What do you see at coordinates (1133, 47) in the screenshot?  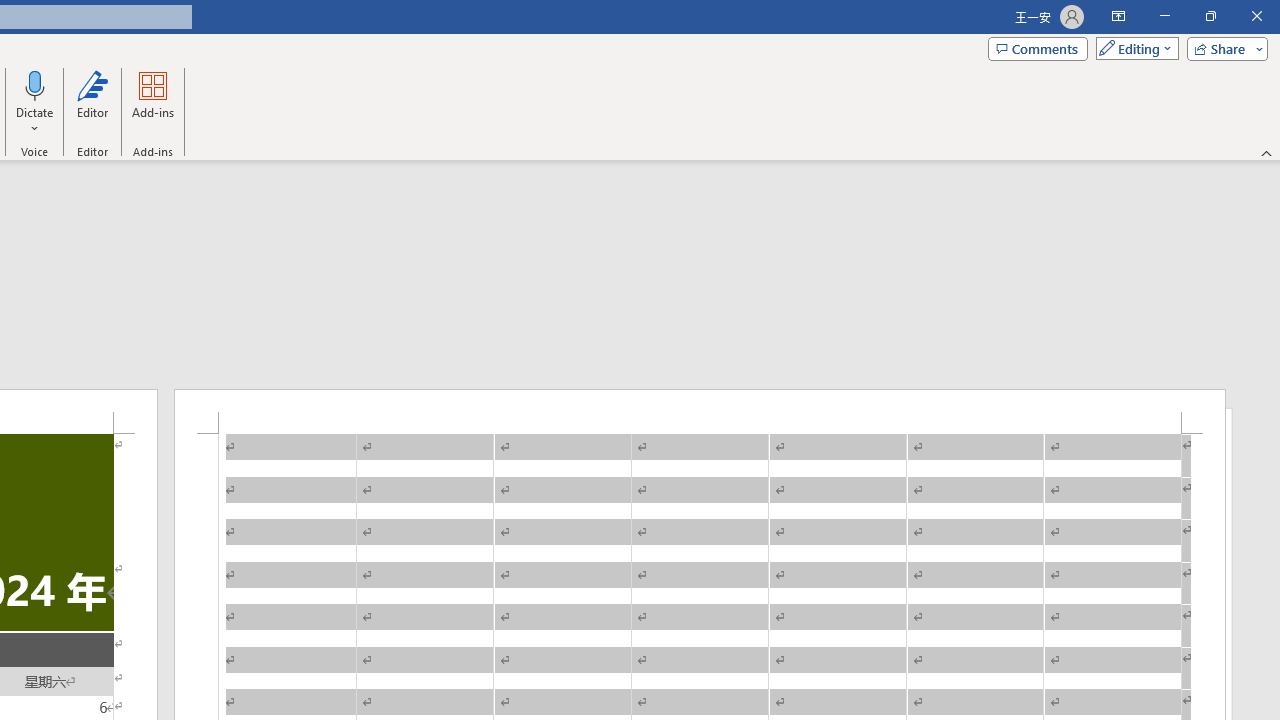 I see `'Mode'` at bounding box center [1133, 47].